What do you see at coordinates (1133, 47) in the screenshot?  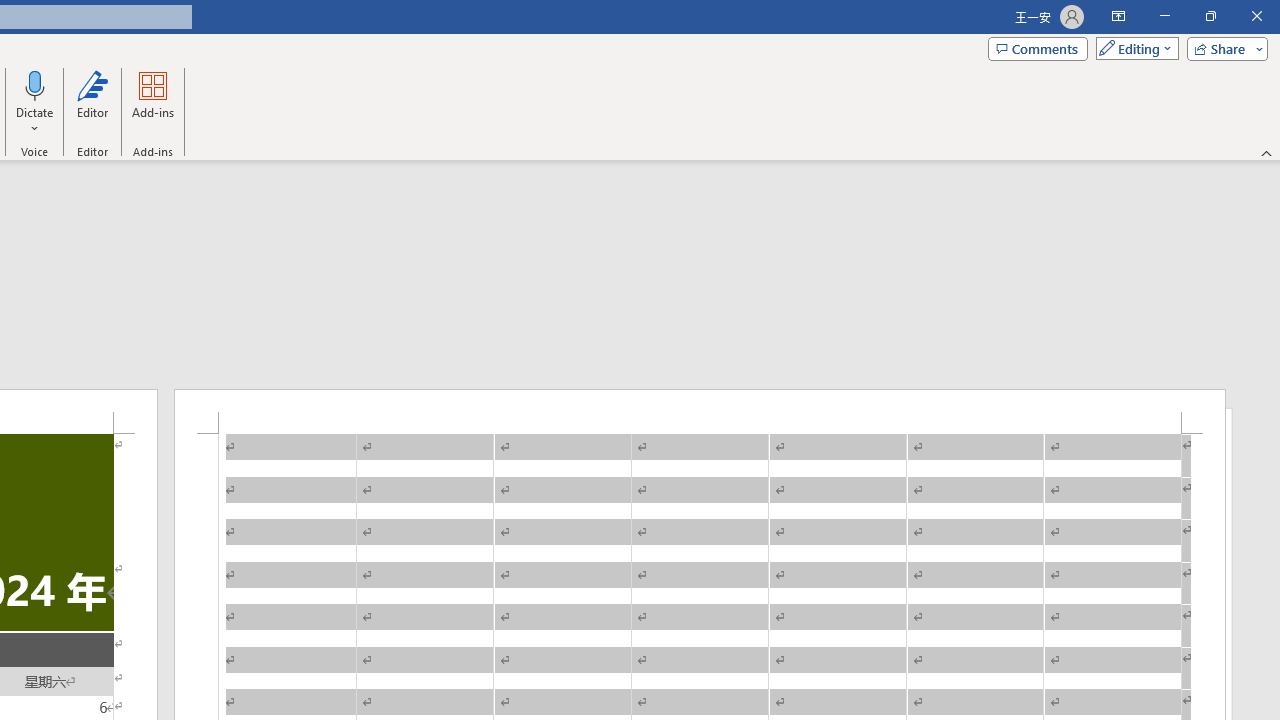 I see `'Mode'` at bounding box center [1133, 47].